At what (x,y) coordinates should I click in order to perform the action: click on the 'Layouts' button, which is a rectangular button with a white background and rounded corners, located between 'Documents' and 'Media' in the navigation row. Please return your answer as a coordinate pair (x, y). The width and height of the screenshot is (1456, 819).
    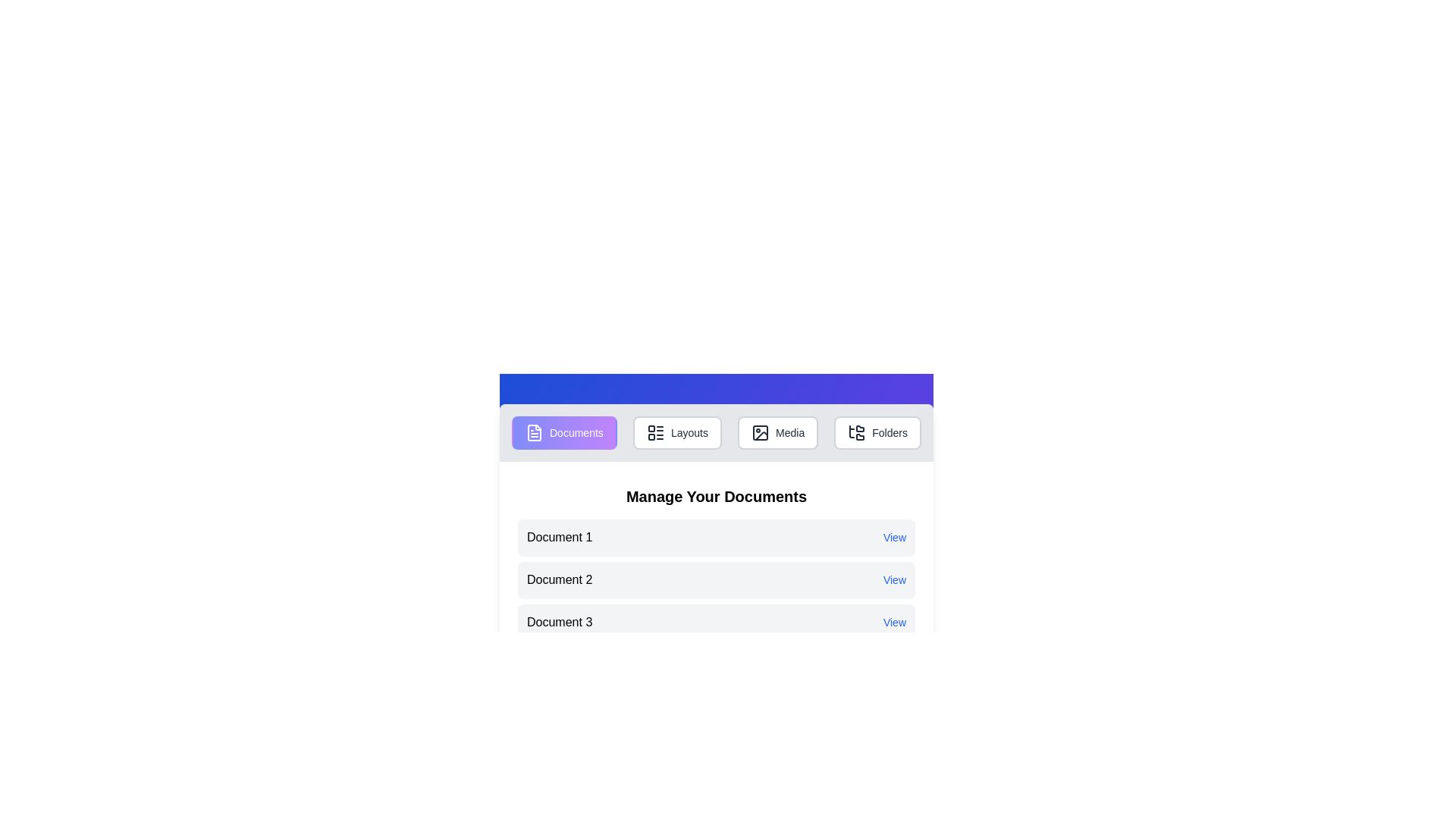
    Looking at the image, I should click on (676, 432).